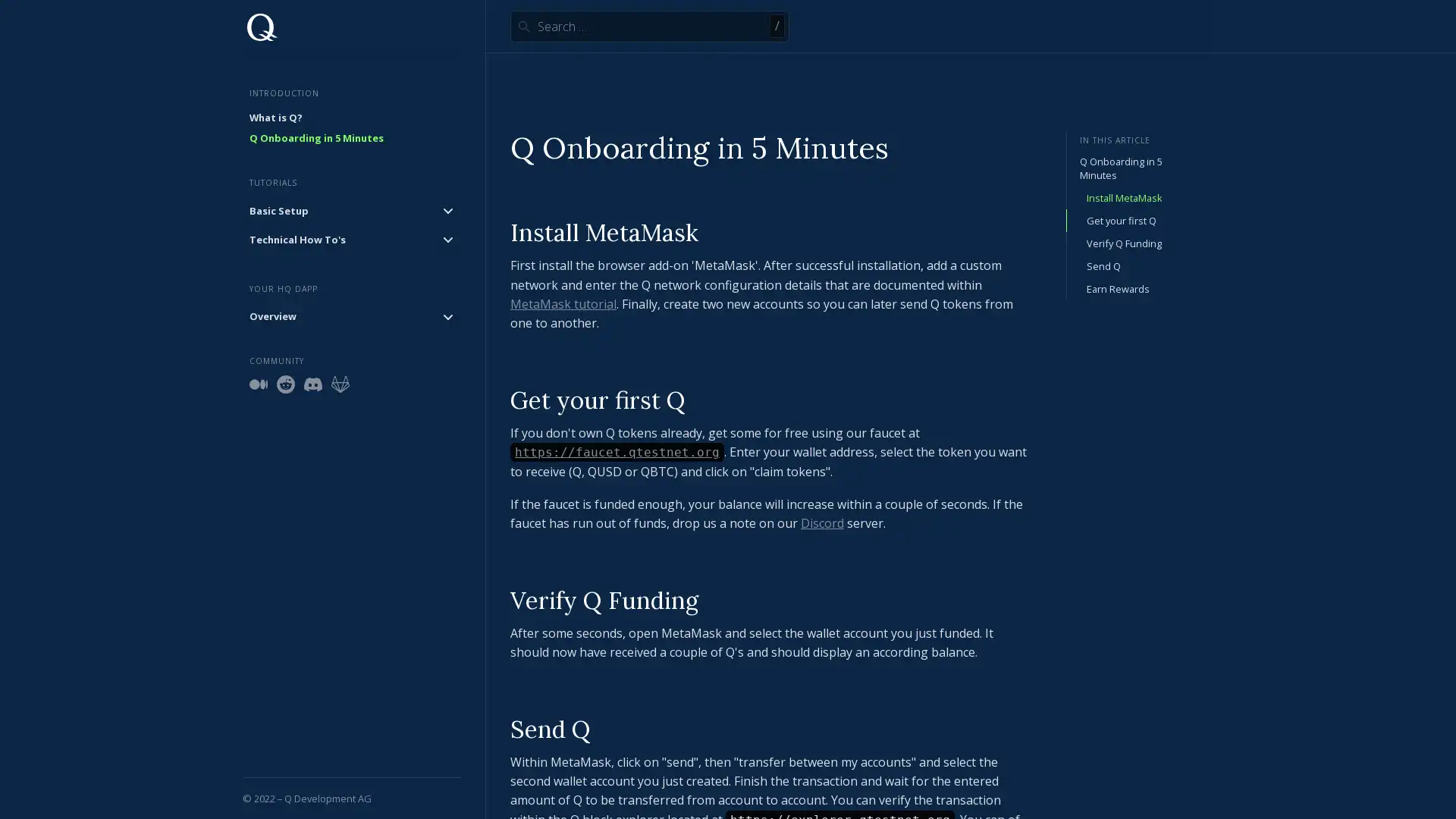 The height and width of the screenshot is (819, 1456). What do you see at coordinates (523, 26) in the screenshot?
I see `Submit` at bounding box center [523, 26].